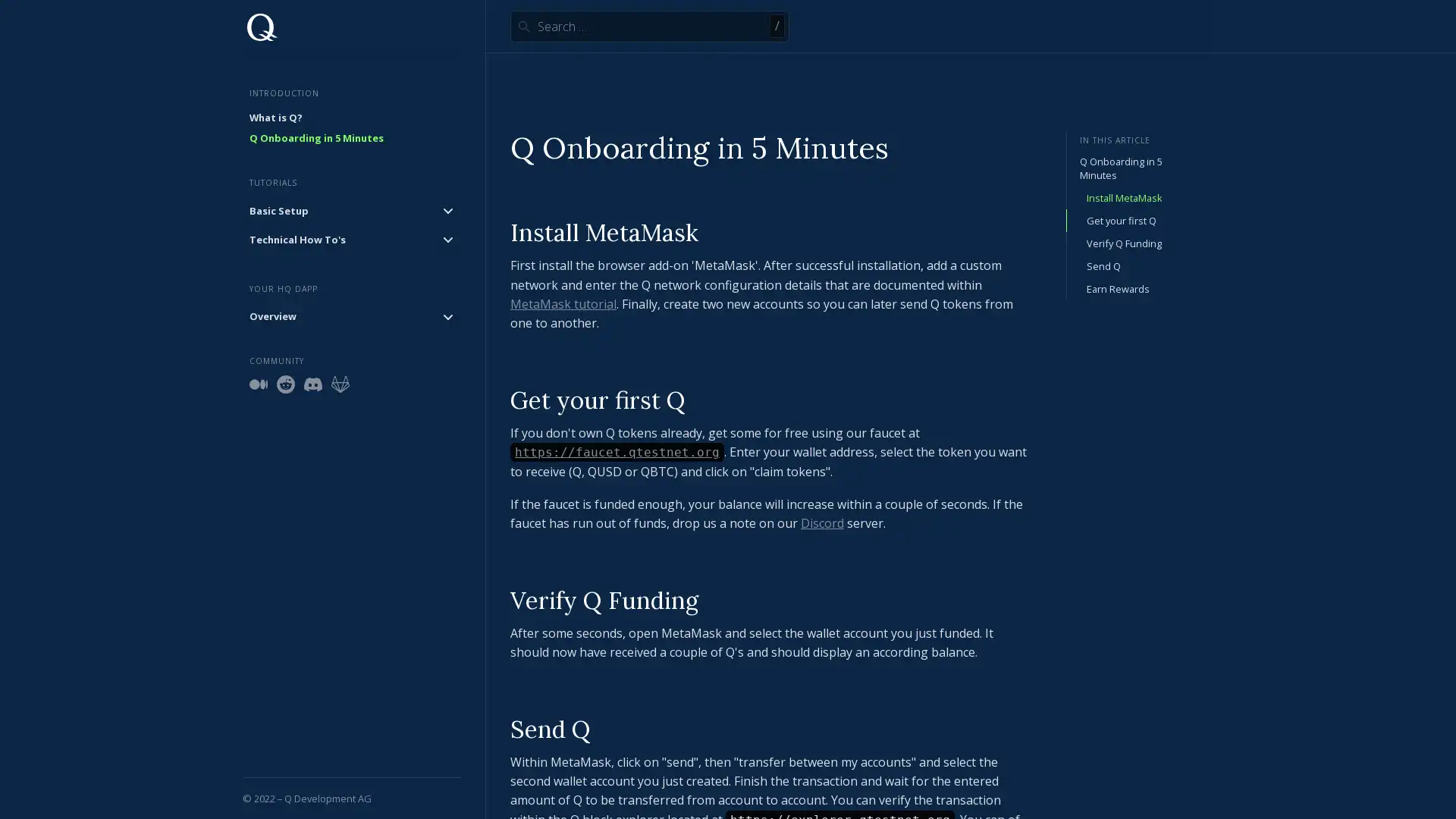 The height and width of the screenshot is (819, 1456). What do you see at coordinates (523, 26) in the screenshot?
I see `Submit` at bounding box center [523, 26].